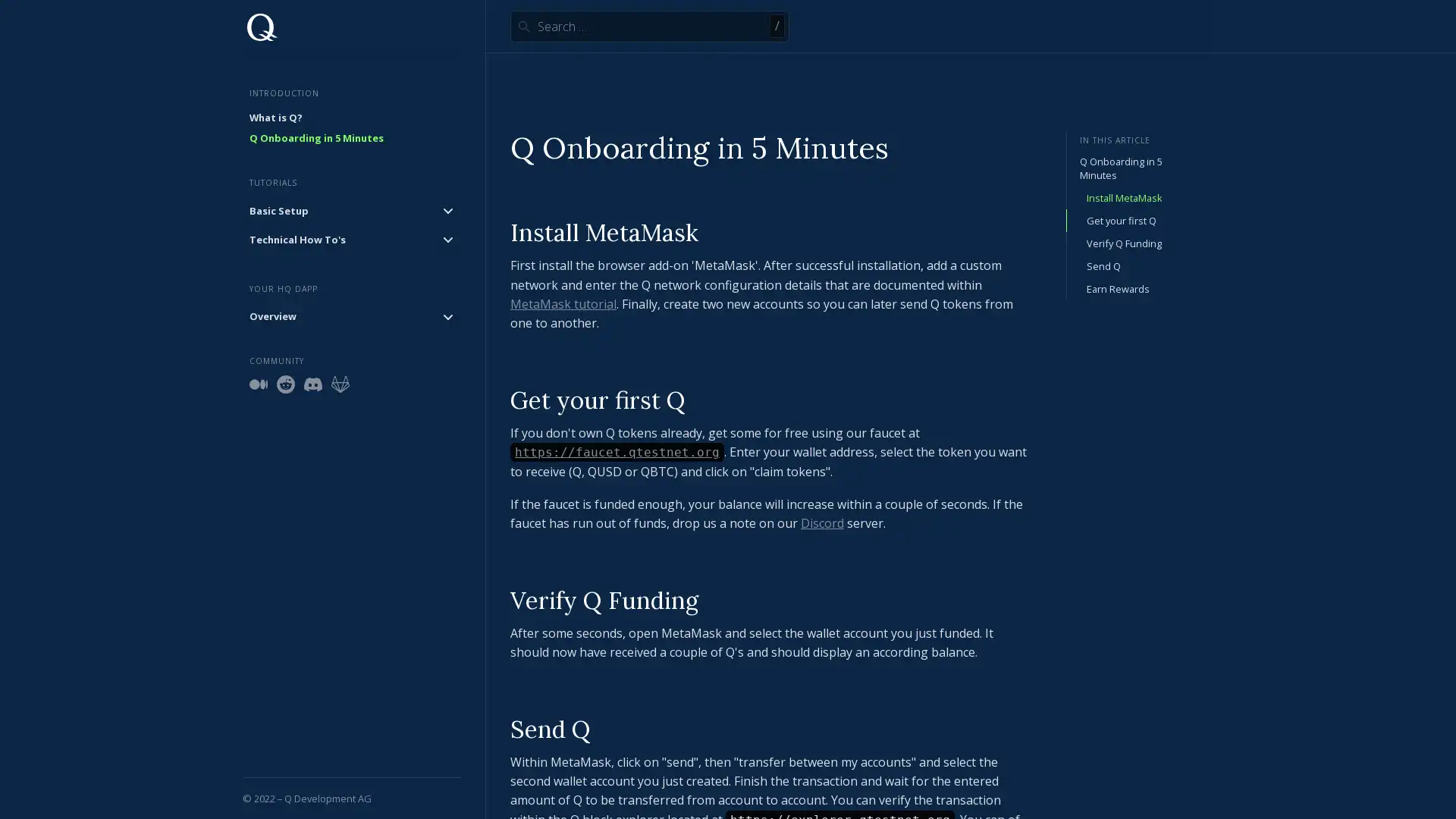 The height and width of the screenshot is (819, 1456). What do you see at coordinates (523, 26) in the screenshot?
I see `Submit` at bounding box center [523, 26].